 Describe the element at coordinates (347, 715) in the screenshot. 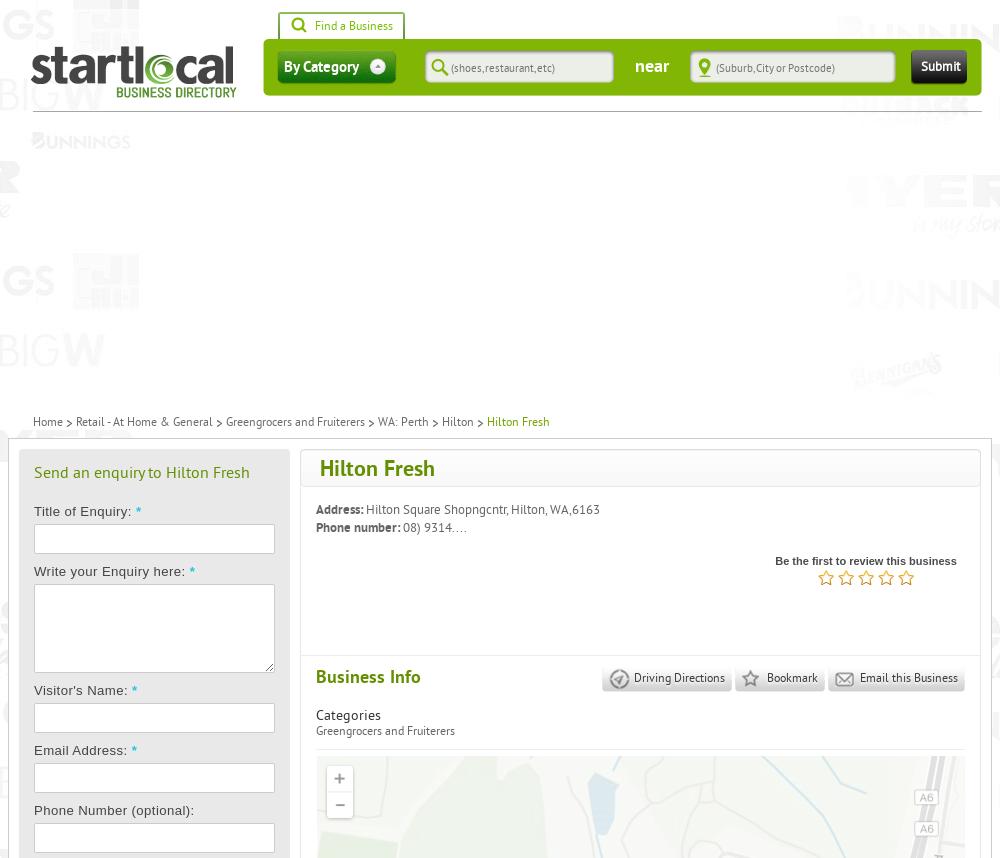

I see `'Categories'` at that location.